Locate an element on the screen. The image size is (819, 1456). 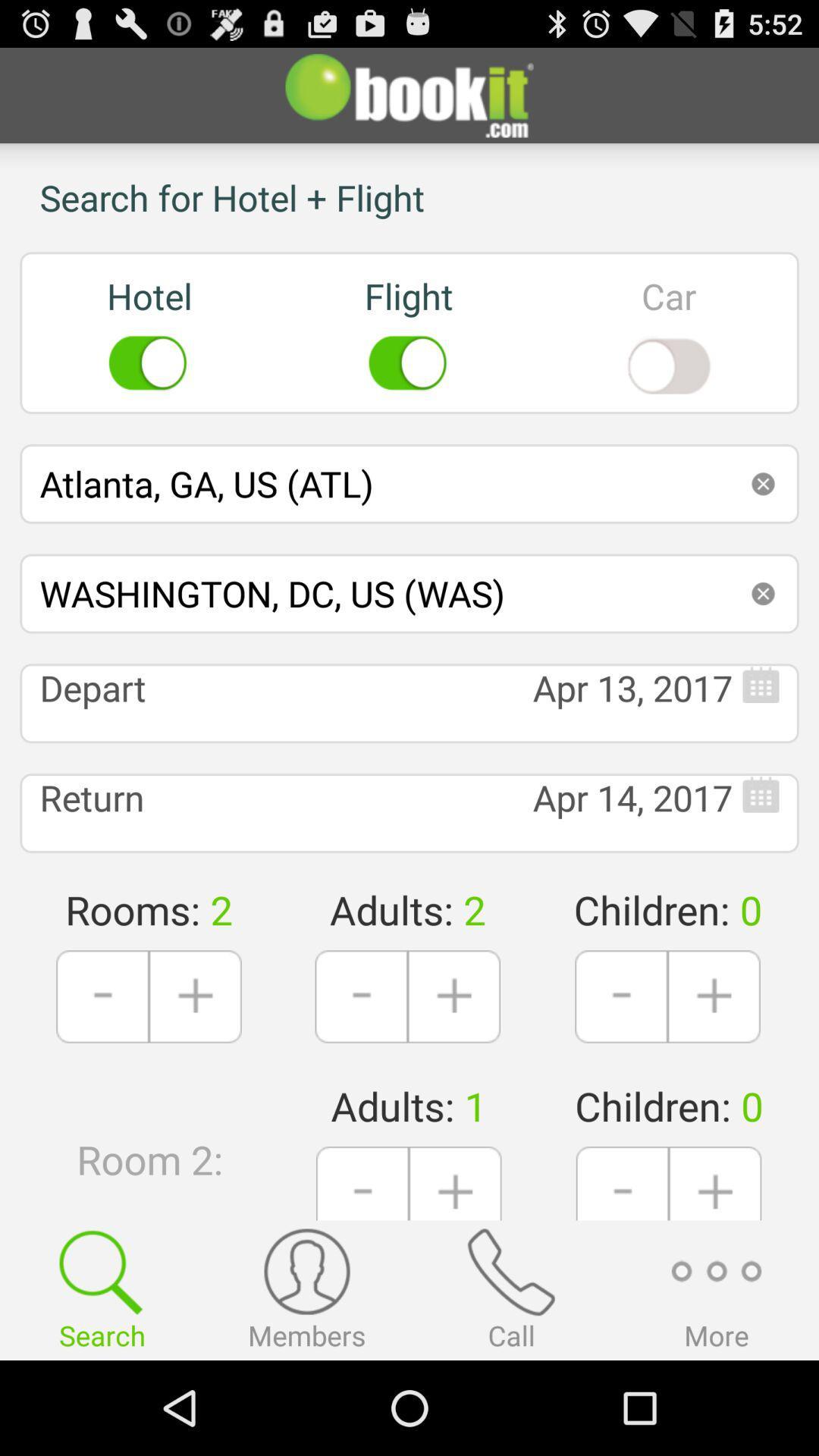
the minus icon is located at coordinates (102, 1065).